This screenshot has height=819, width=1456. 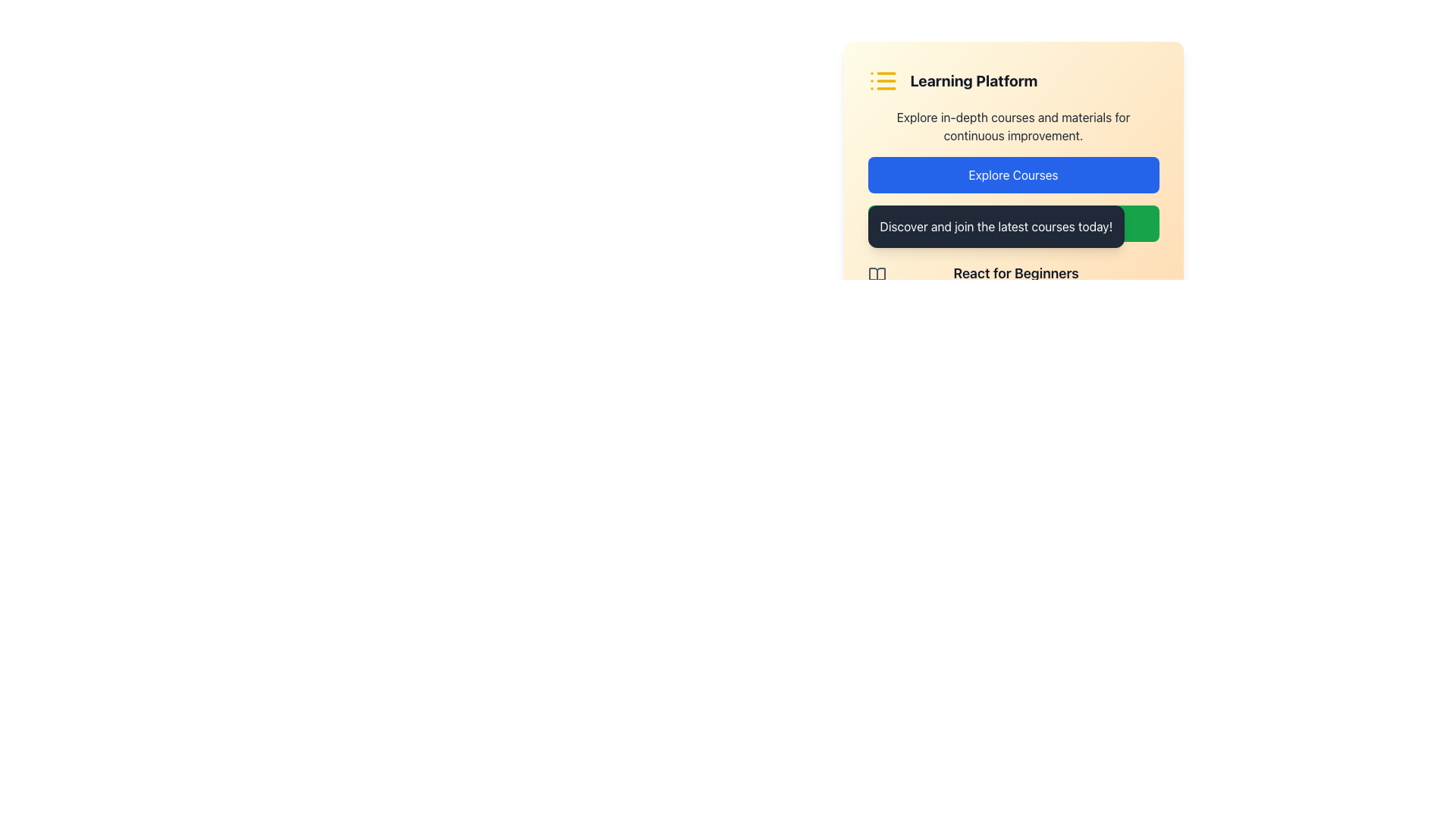 What do you see at coordinates (1013, 174) in the screenshot?
I see `the 'Explore Courses' button, which is horizontally centered below the text 'Explore in-depth courses and materials for continuous improvement.' and above a tooltip-like bar with 'Discover and join the latest courses today!'` at bounding box center [1013, 174].